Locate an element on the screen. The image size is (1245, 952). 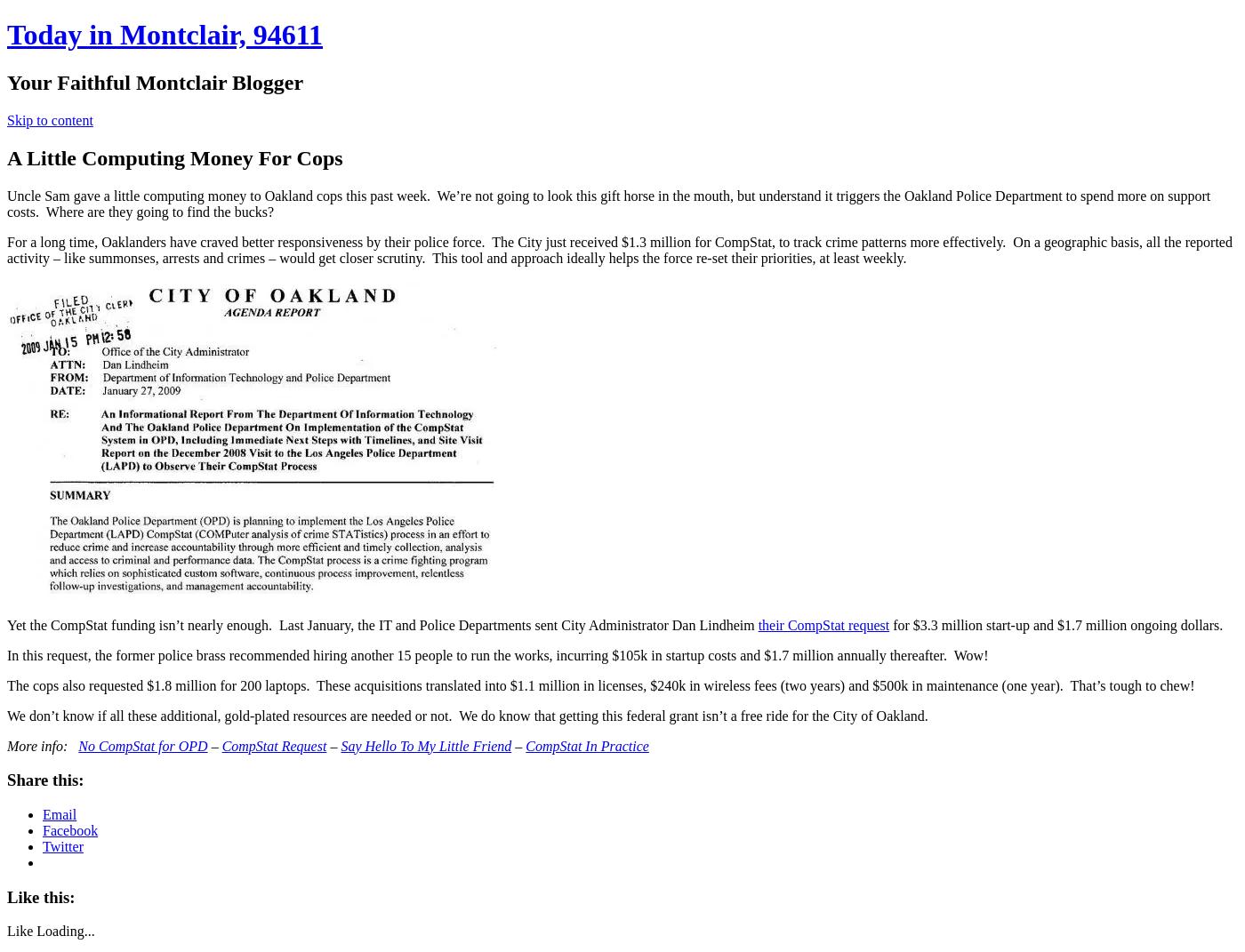
'Say Hello To My Little Friend' is located at coordinates (425, 744).